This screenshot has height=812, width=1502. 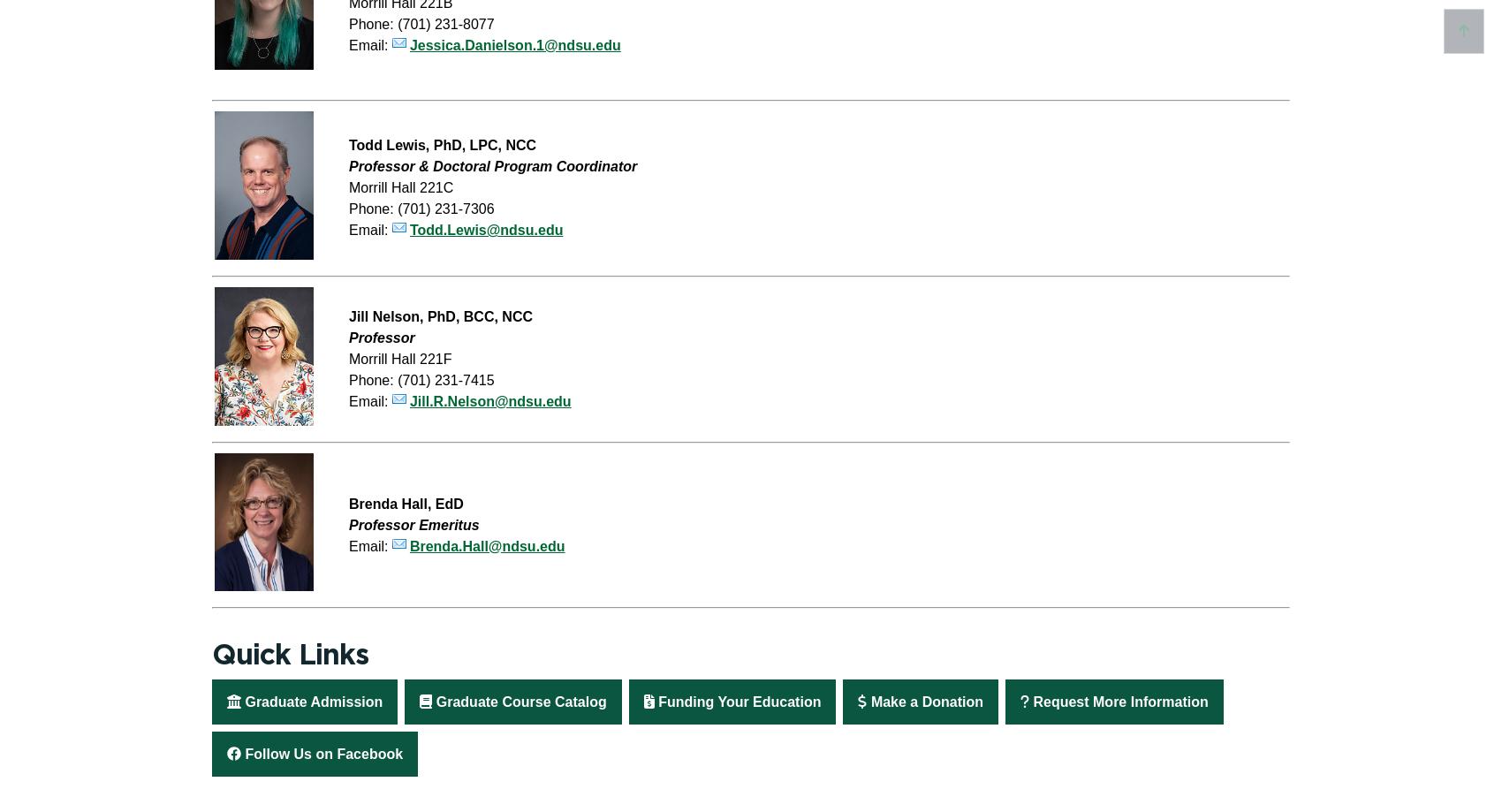 What do you see at coordinates (736, 702) in the screenshot?
I see `'Funding Your Education'` at bounding box center [736, 702].